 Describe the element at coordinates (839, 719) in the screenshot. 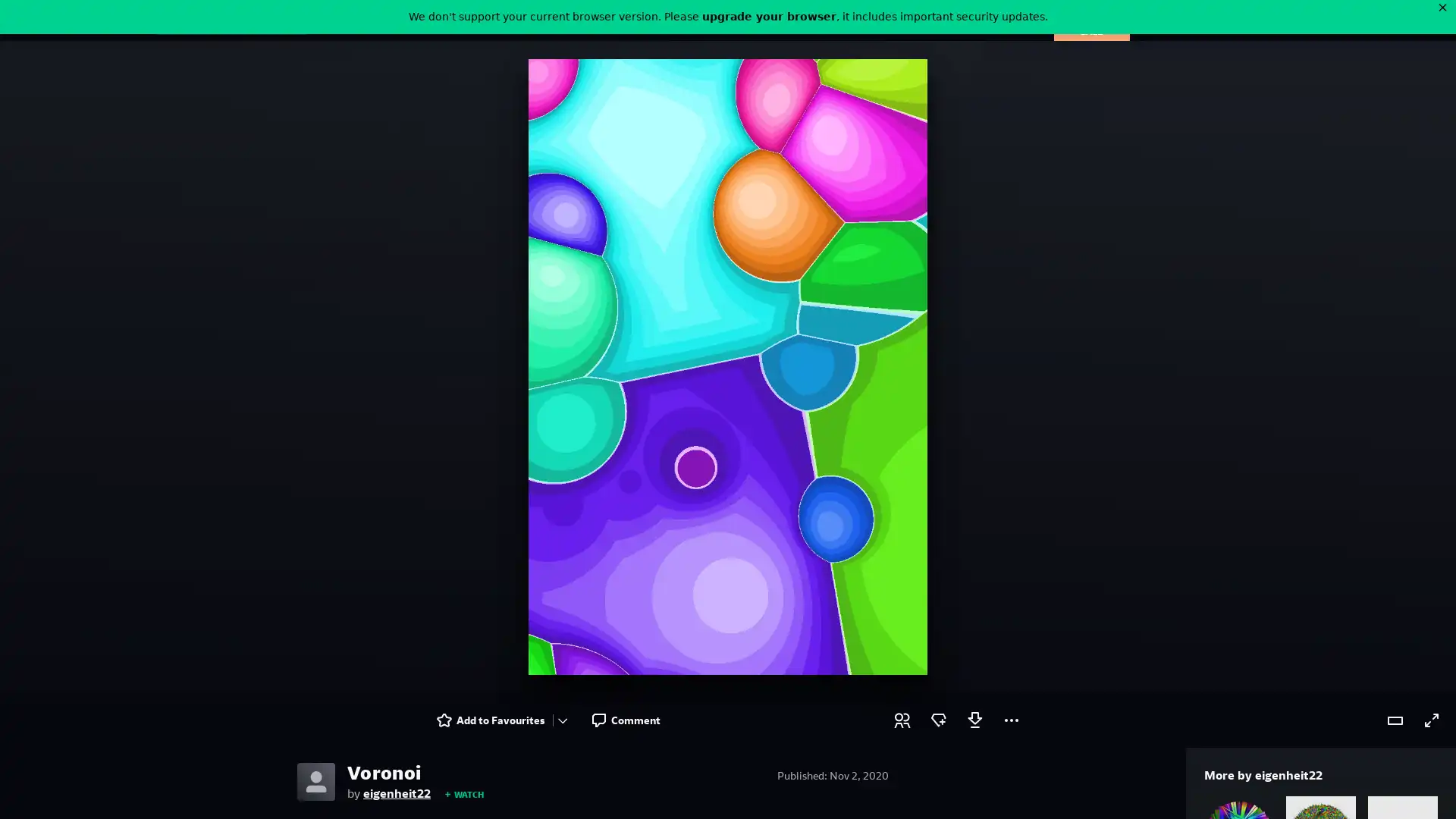

I see `Log in to download` at that location.